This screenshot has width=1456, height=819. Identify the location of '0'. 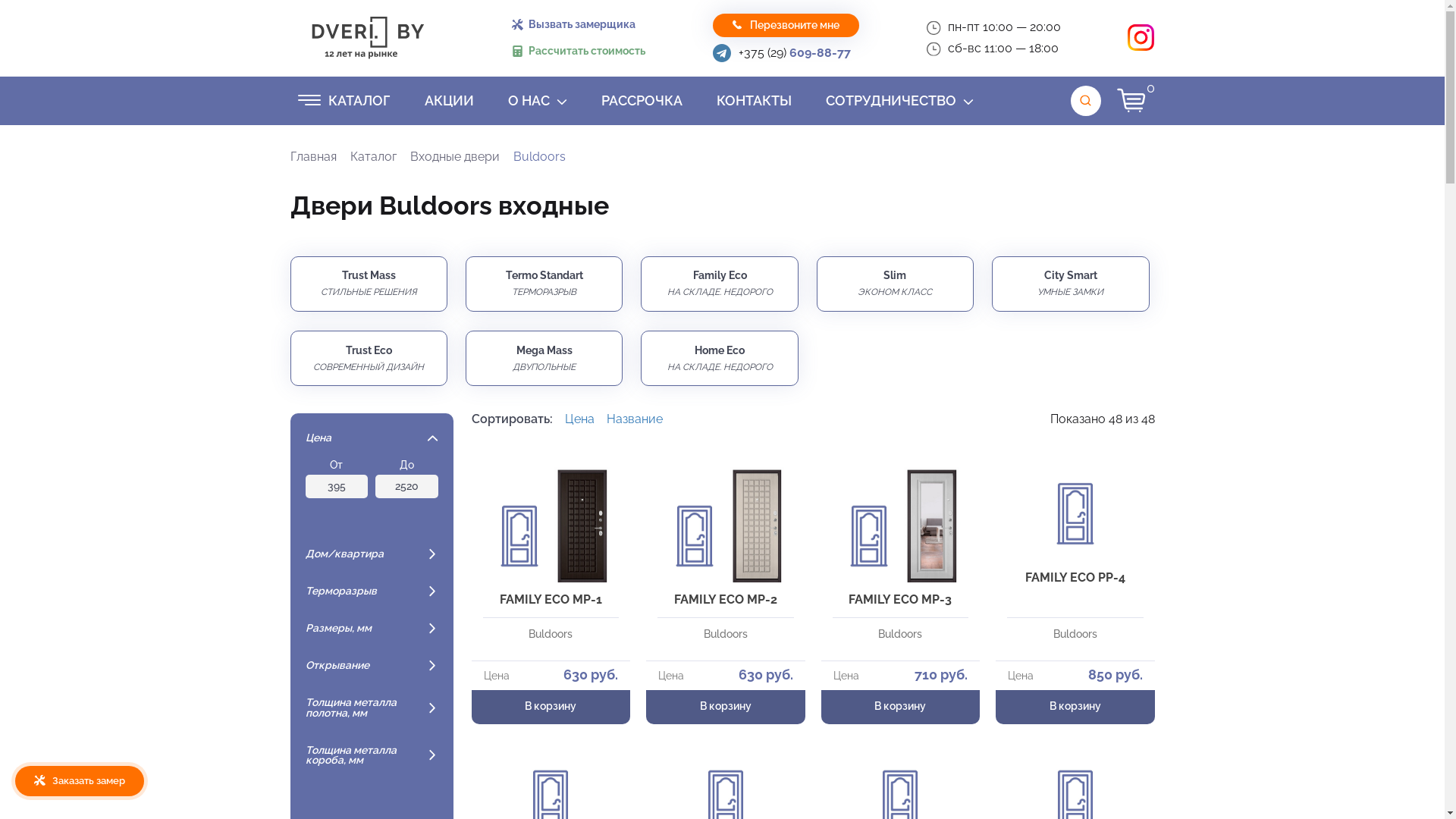
(1135, 100).